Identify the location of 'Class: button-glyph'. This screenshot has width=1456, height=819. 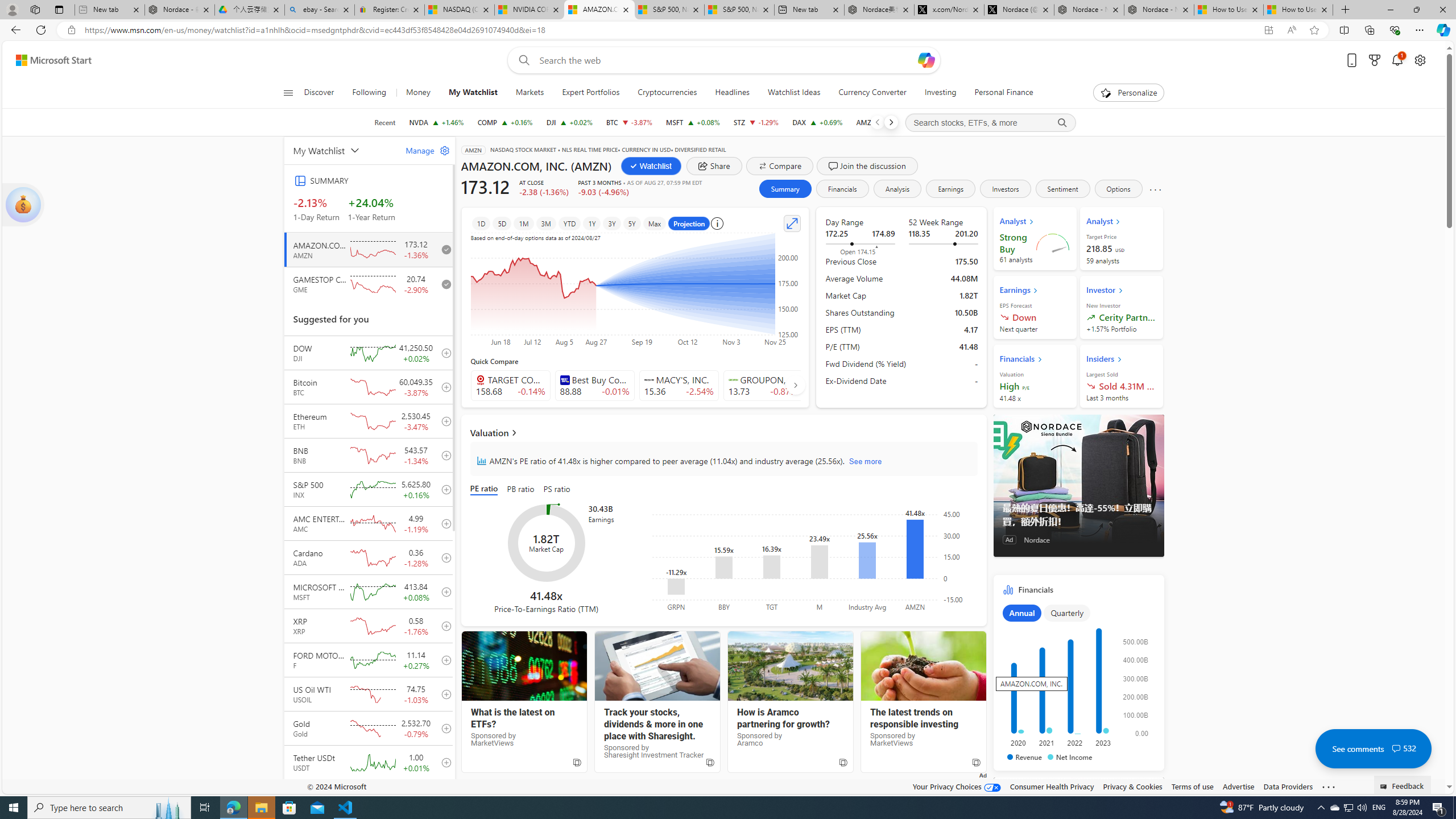
(287, 92).